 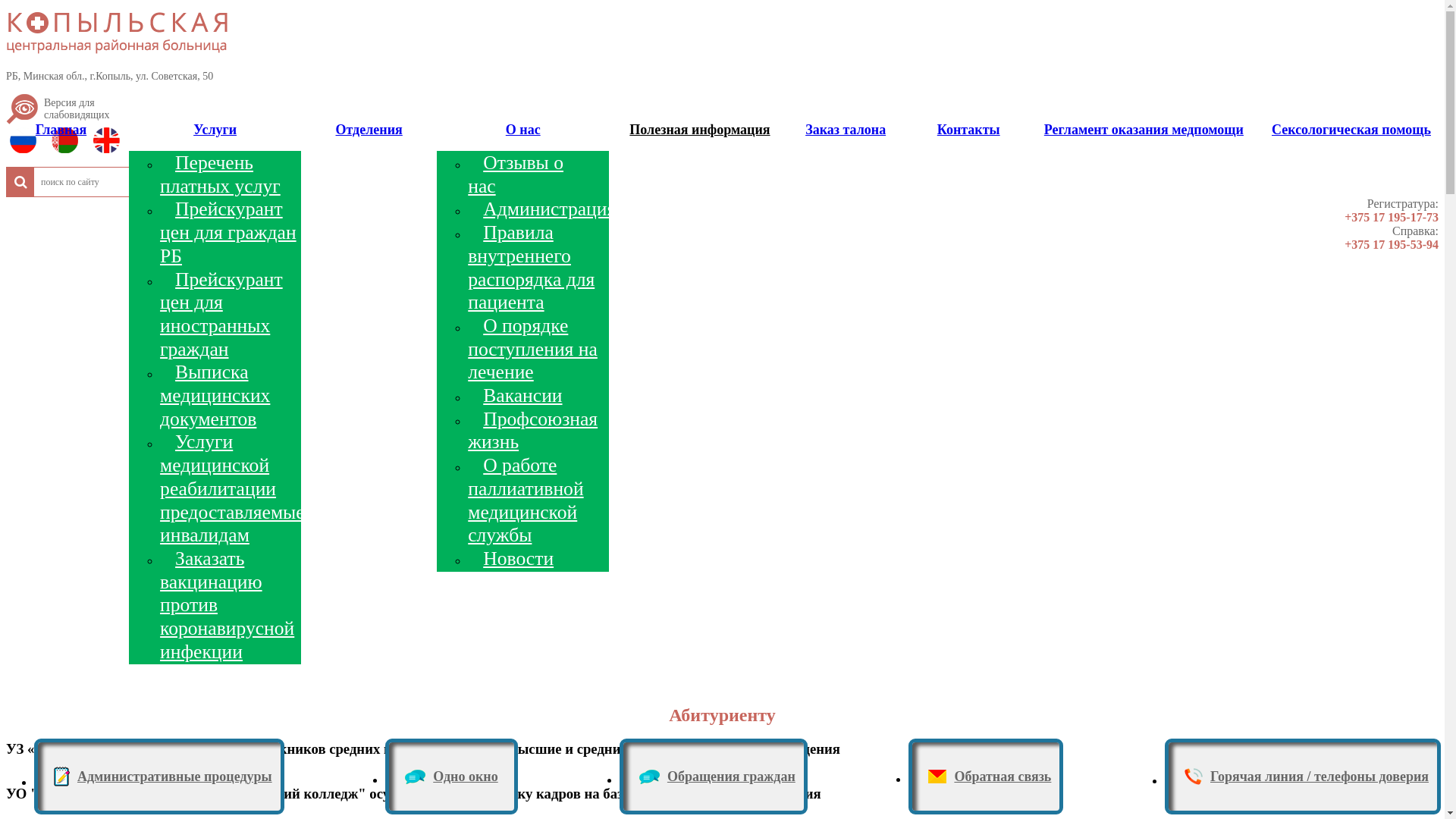 I want to click on 'Russian', so click(x=27, y=144).